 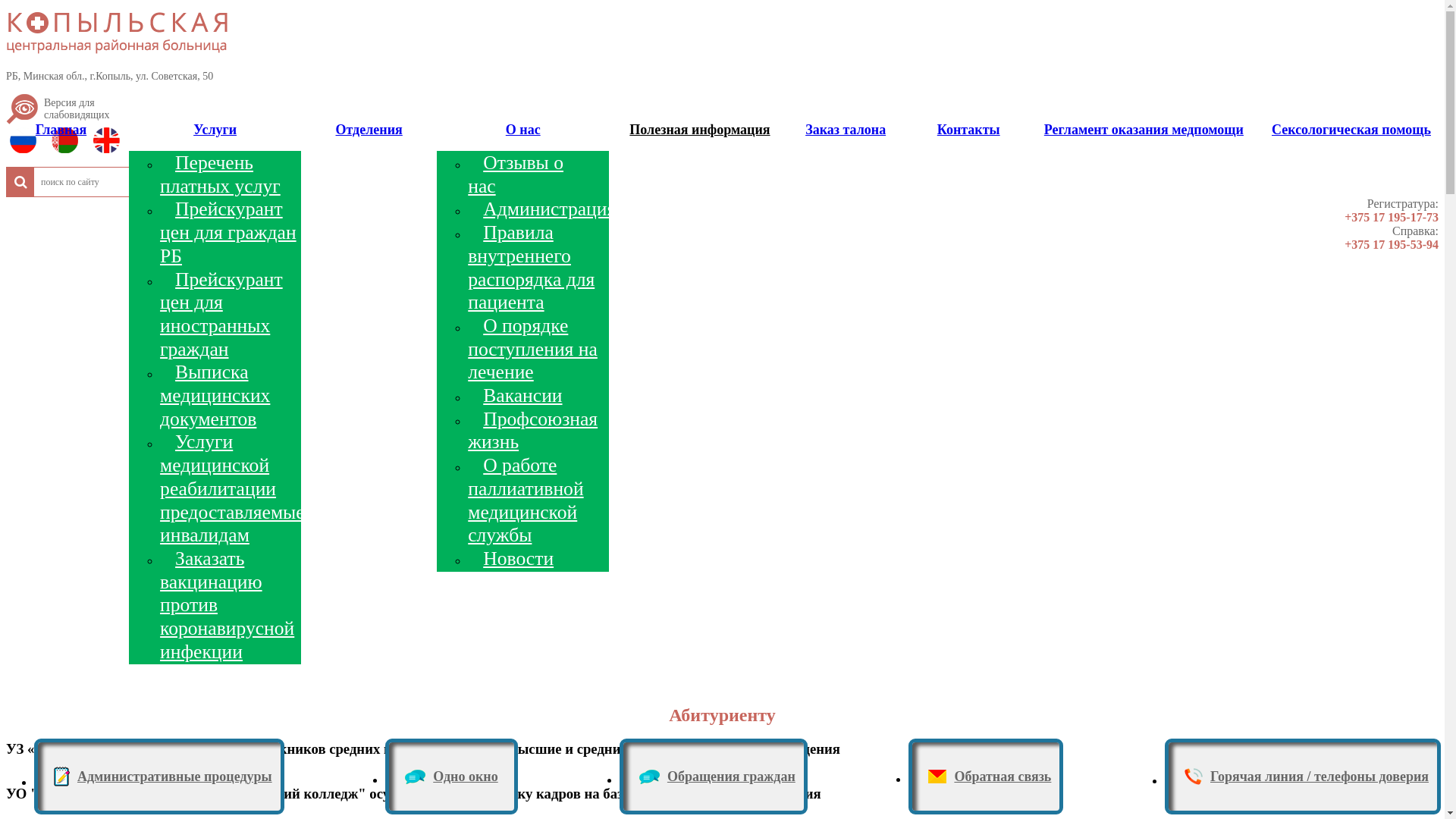 I want to click on 'Russian', so click(x=27, y=144).